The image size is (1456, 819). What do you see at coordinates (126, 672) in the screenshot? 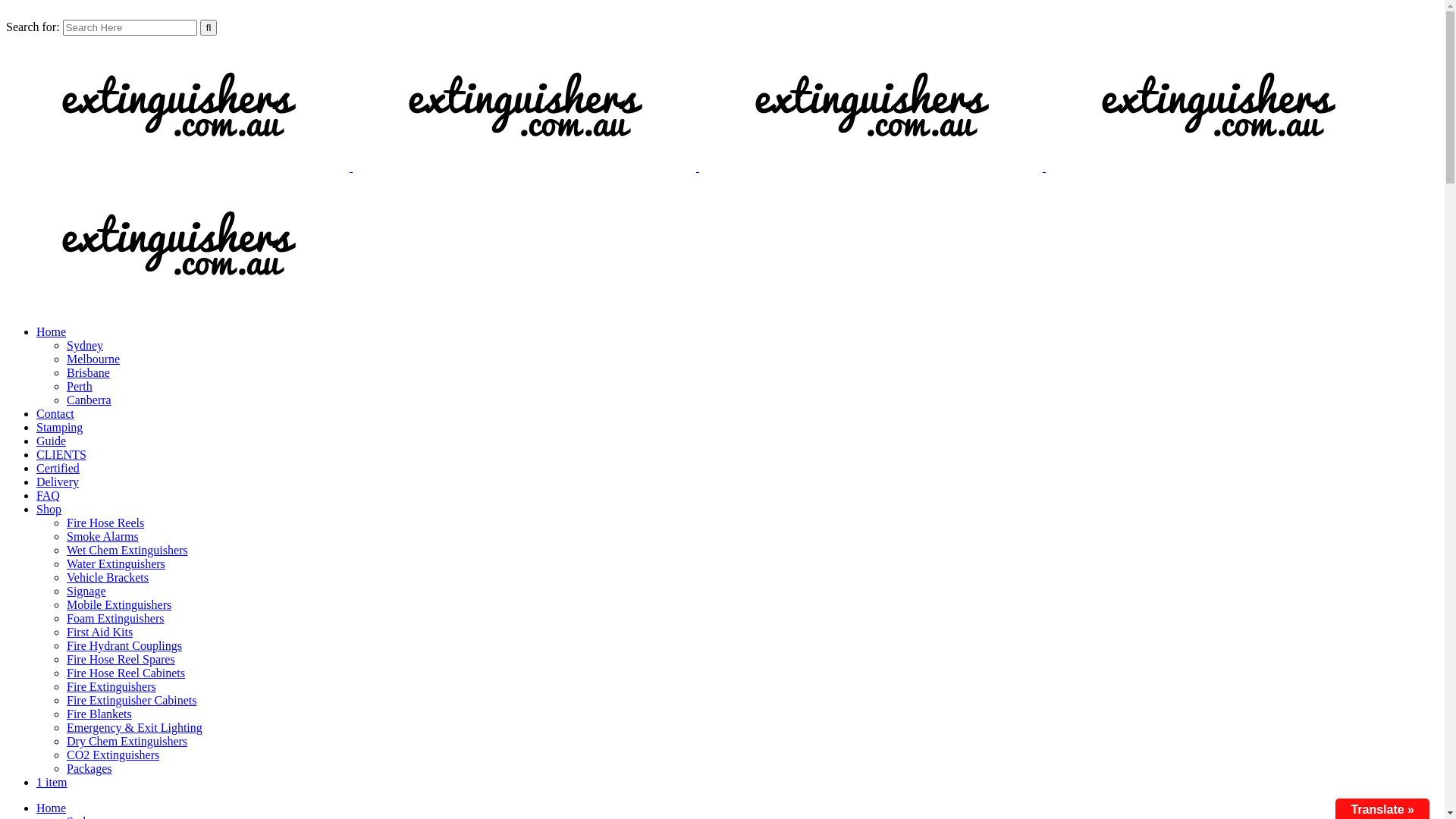
I see `'Fire Hose Reel Cabinets'` at bounding box center [126, 672].